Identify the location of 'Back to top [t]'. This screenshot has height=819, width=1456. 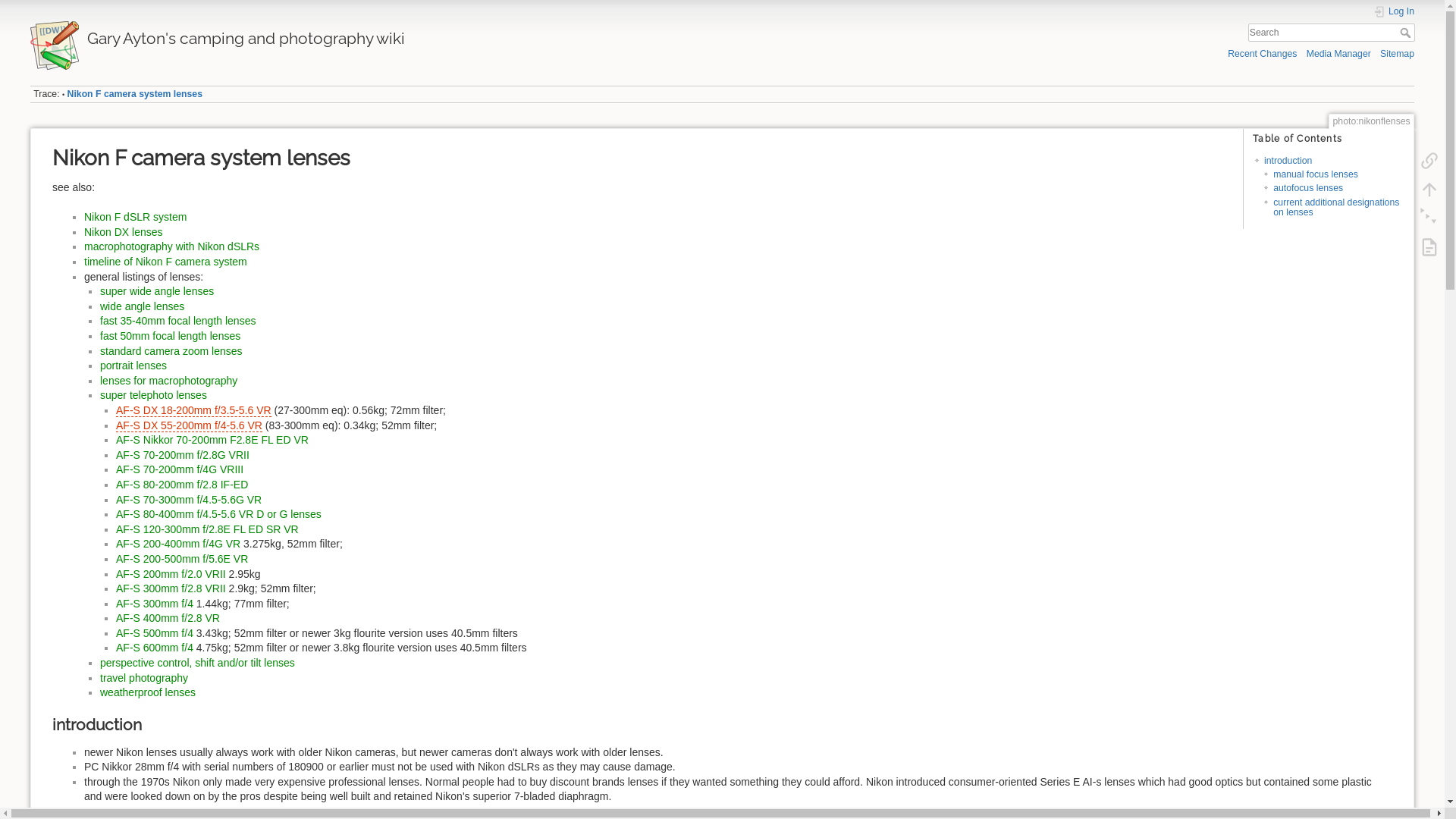
(1411, 189).